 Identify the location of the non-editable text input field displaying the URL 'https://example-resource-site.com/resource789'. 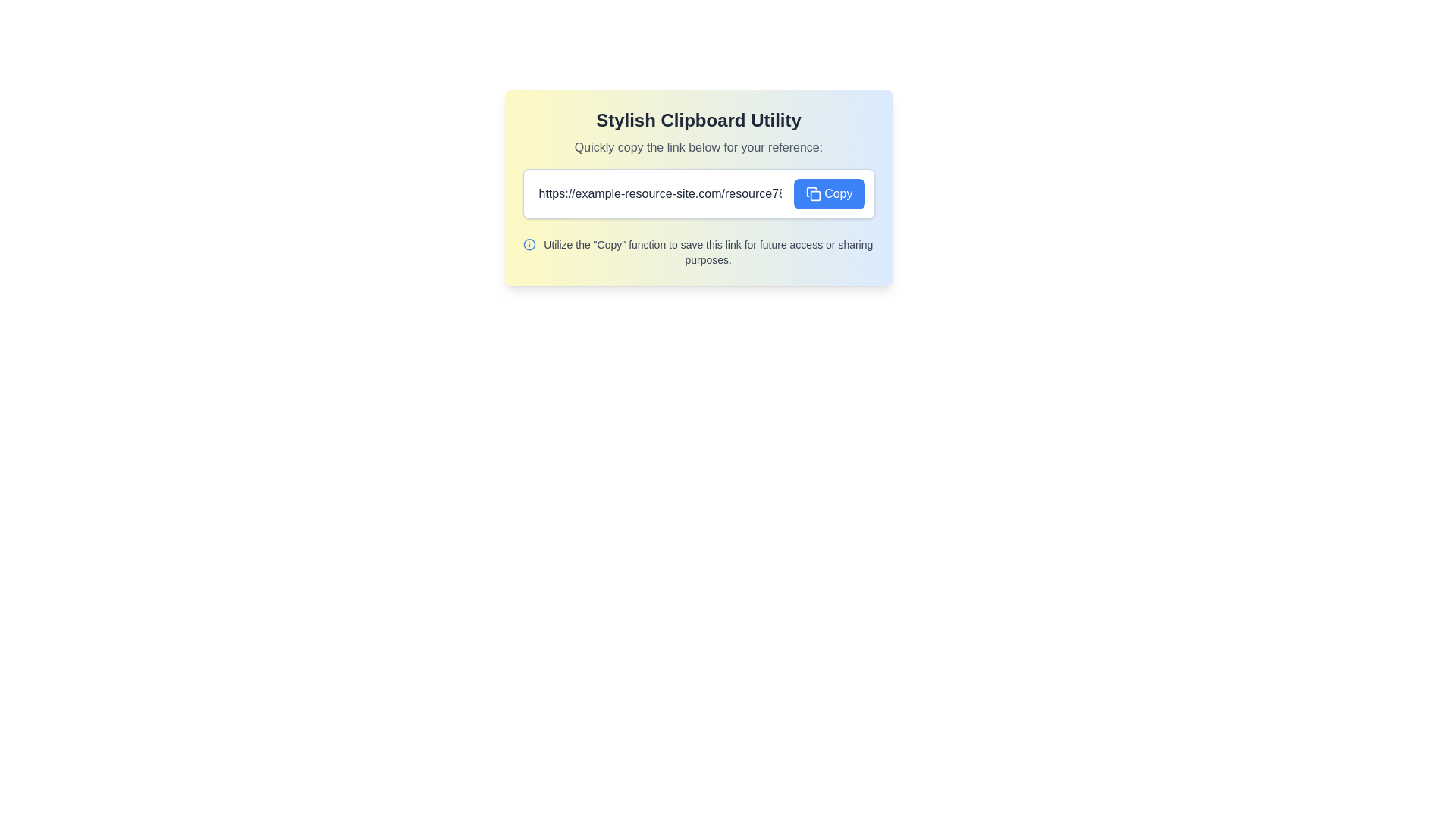
(660, 193).